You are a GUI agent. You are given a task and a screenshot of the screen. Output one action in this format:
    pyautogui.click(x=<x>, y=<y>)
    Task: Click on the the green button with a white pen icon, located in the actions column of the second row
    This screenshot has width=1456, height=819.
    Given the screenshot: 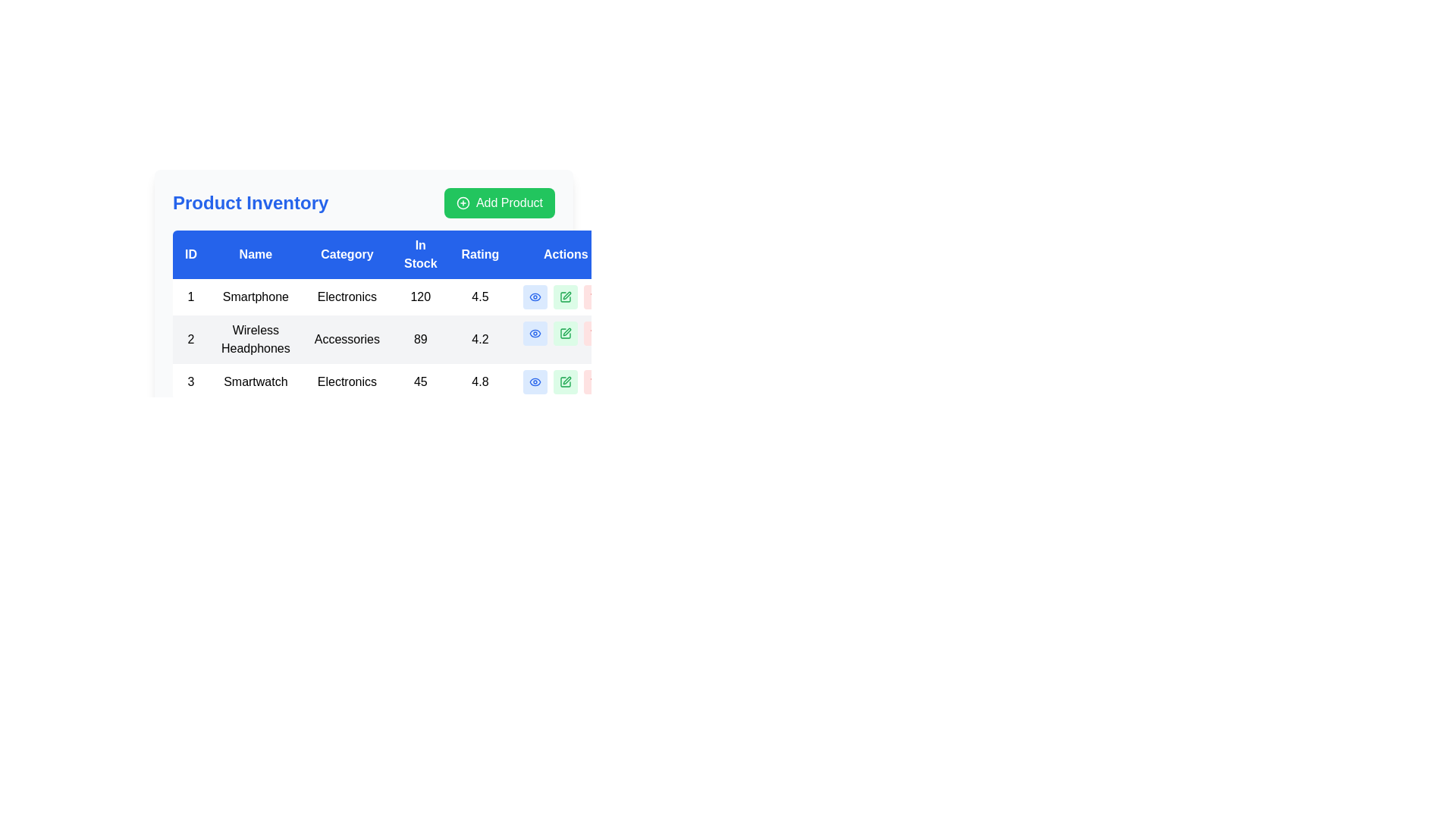 What is the action you would take?
    pyautogui.click(x=565, y=332)
    